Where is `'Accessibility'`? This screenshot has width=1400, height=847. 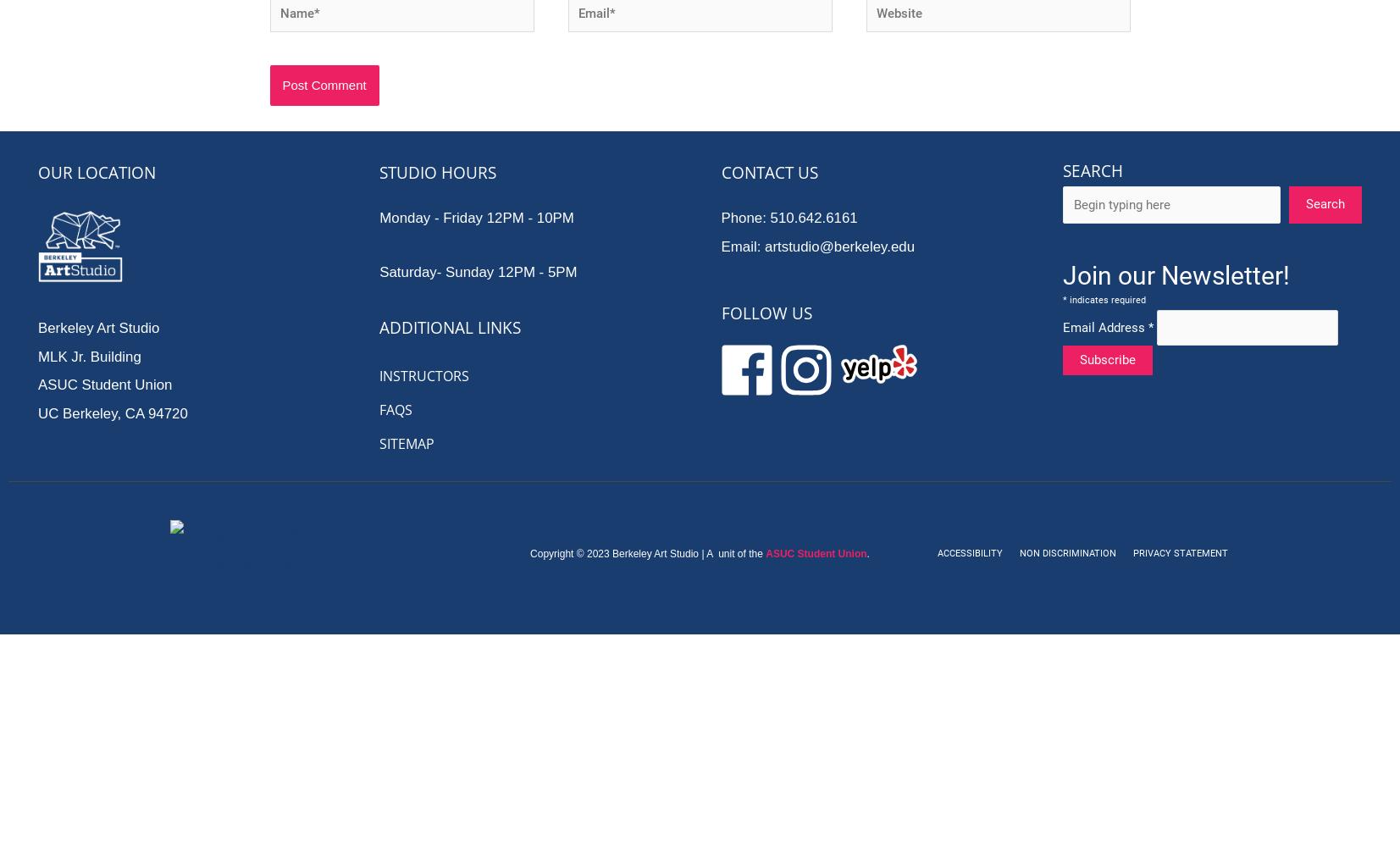 'Accessibility' is located at coordinates (970, 552).